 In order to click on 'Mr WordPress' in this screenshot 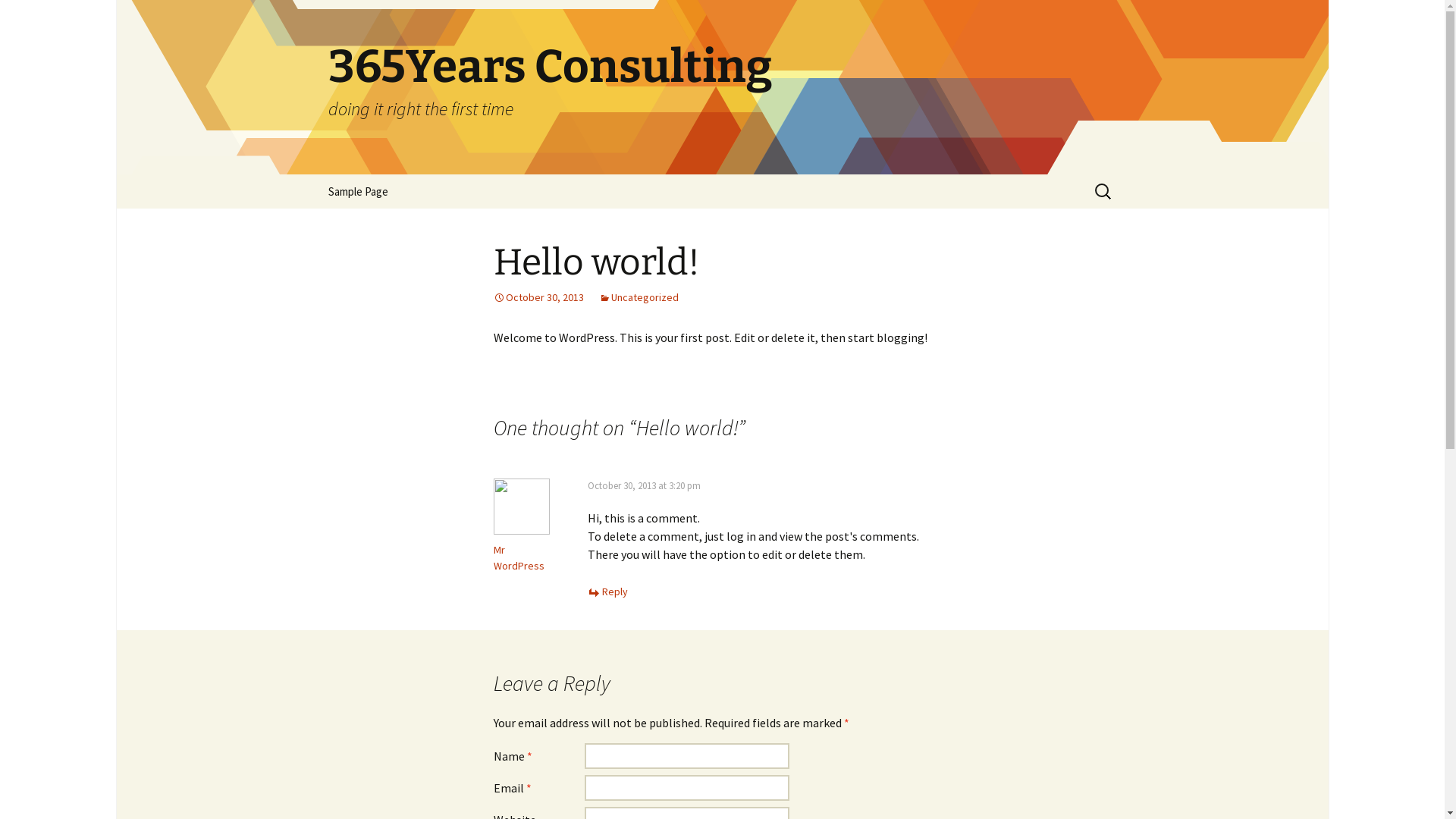, I will do `click(492, 557)`.